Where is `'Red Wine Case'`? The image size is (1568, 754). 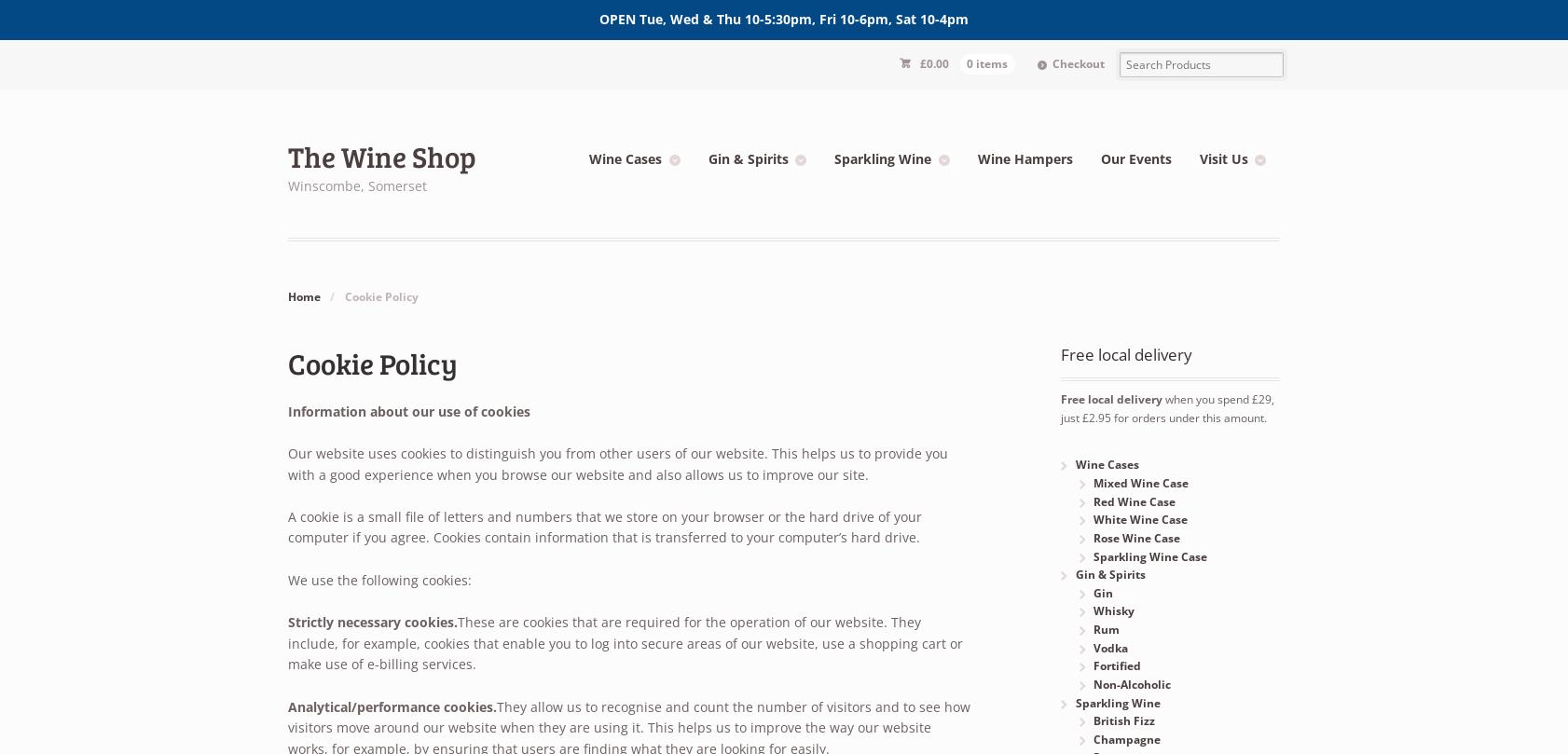
'Red Wine Case' is located at coordinates (1132, 500).